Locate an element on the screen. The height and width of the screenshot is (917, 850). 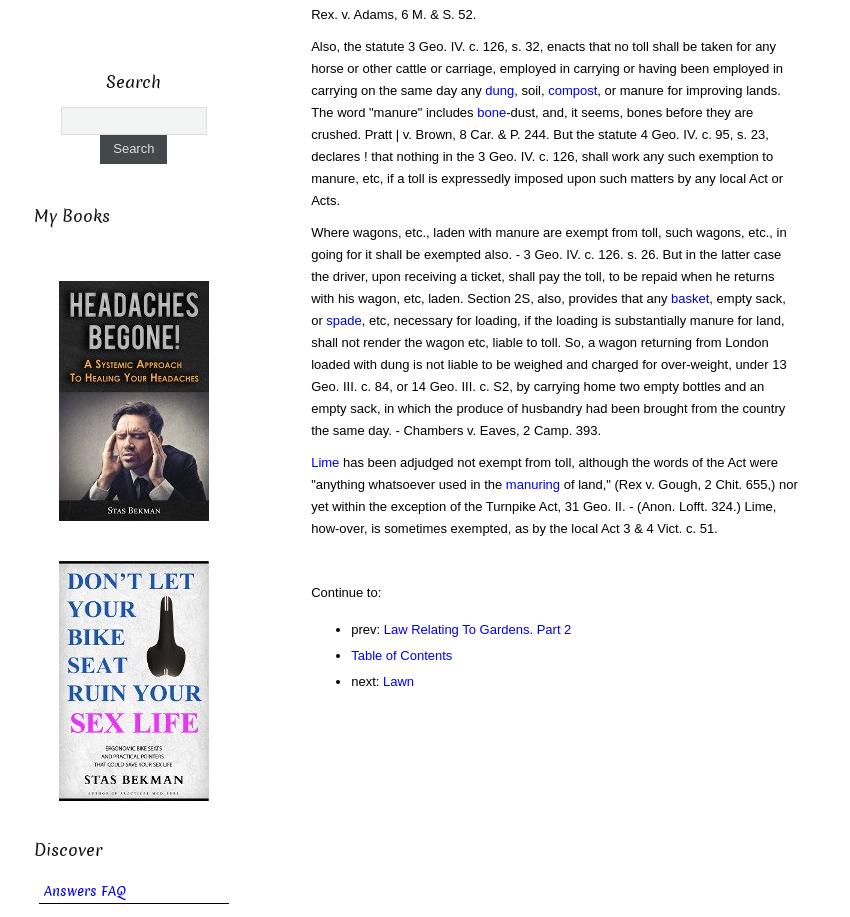
'of land," (Rex v. Gough, 2 Chit. 655,) nor yet within the exception of the Turnpike Act, 31 Geo. II. - (Anon. Lofft. 324.) Lime, how-over, is sometimes exempted, as by the local Act 3 & 4 Vict. c. 51.' is located at coordinates (554, 505).